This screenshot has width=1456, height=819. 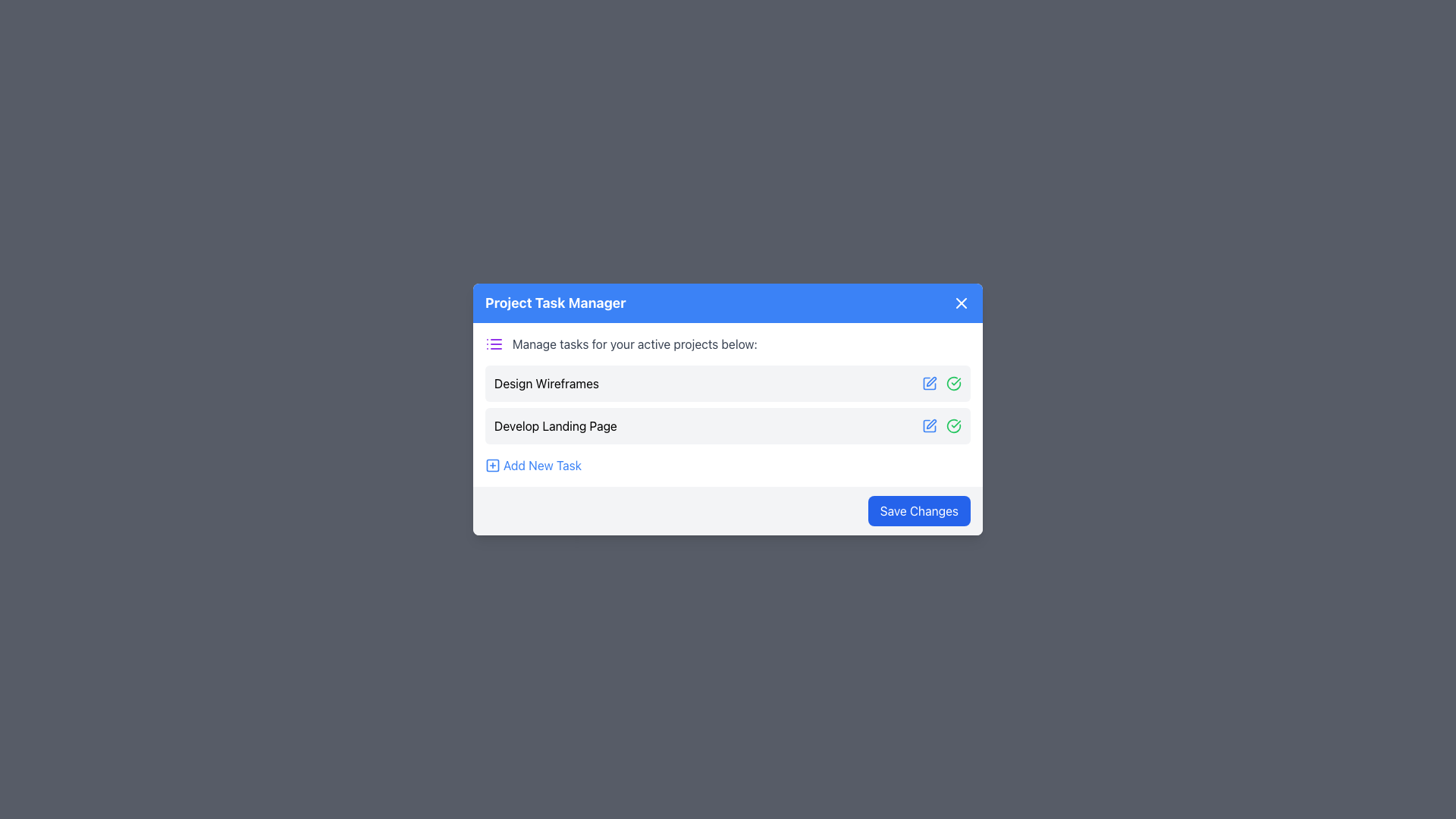 What do you see at coordinates (492, 464) in the screenshot?
I see `the square-shaped icon with a plus sign in the center, which has a white background and a thin blue border, located to the left of the text 'Add New Task'` at bounding box center [492, 464].